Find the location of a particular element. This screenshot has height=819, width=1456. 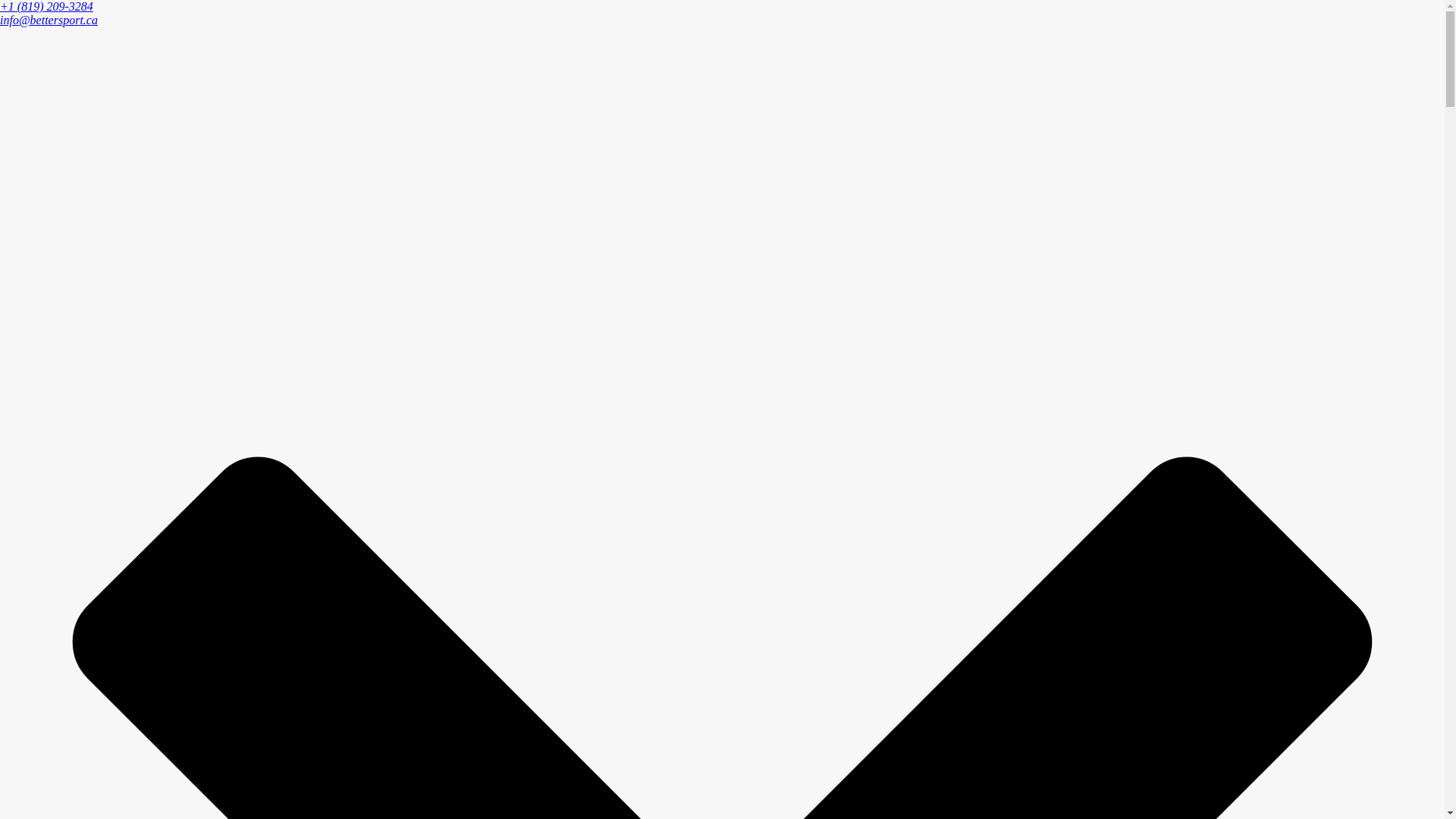

'info@bettersport.ca' is located at coordinates (0, 20).